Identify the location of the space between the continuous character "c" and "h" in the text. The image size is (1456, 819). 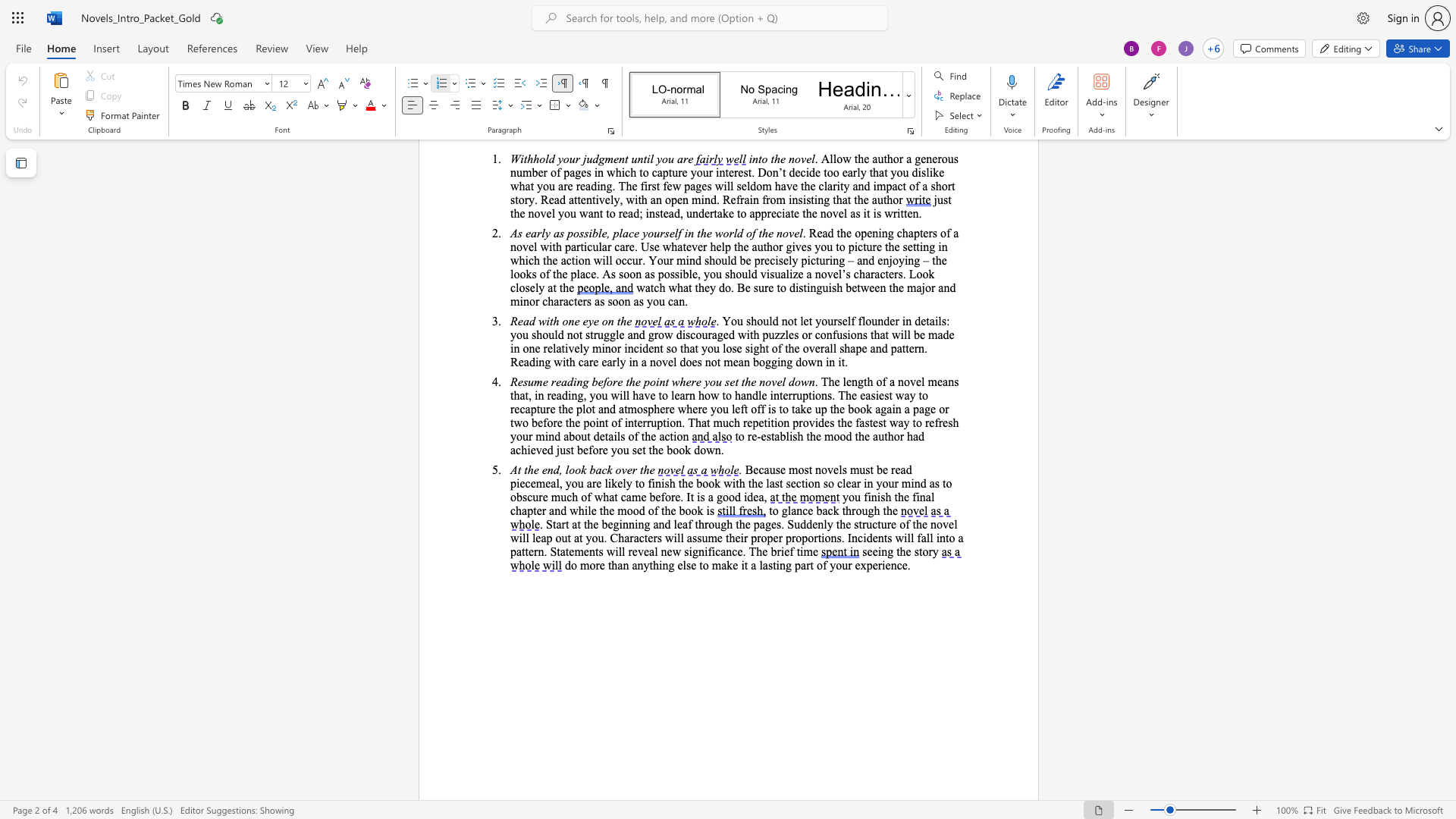
(571, 497).